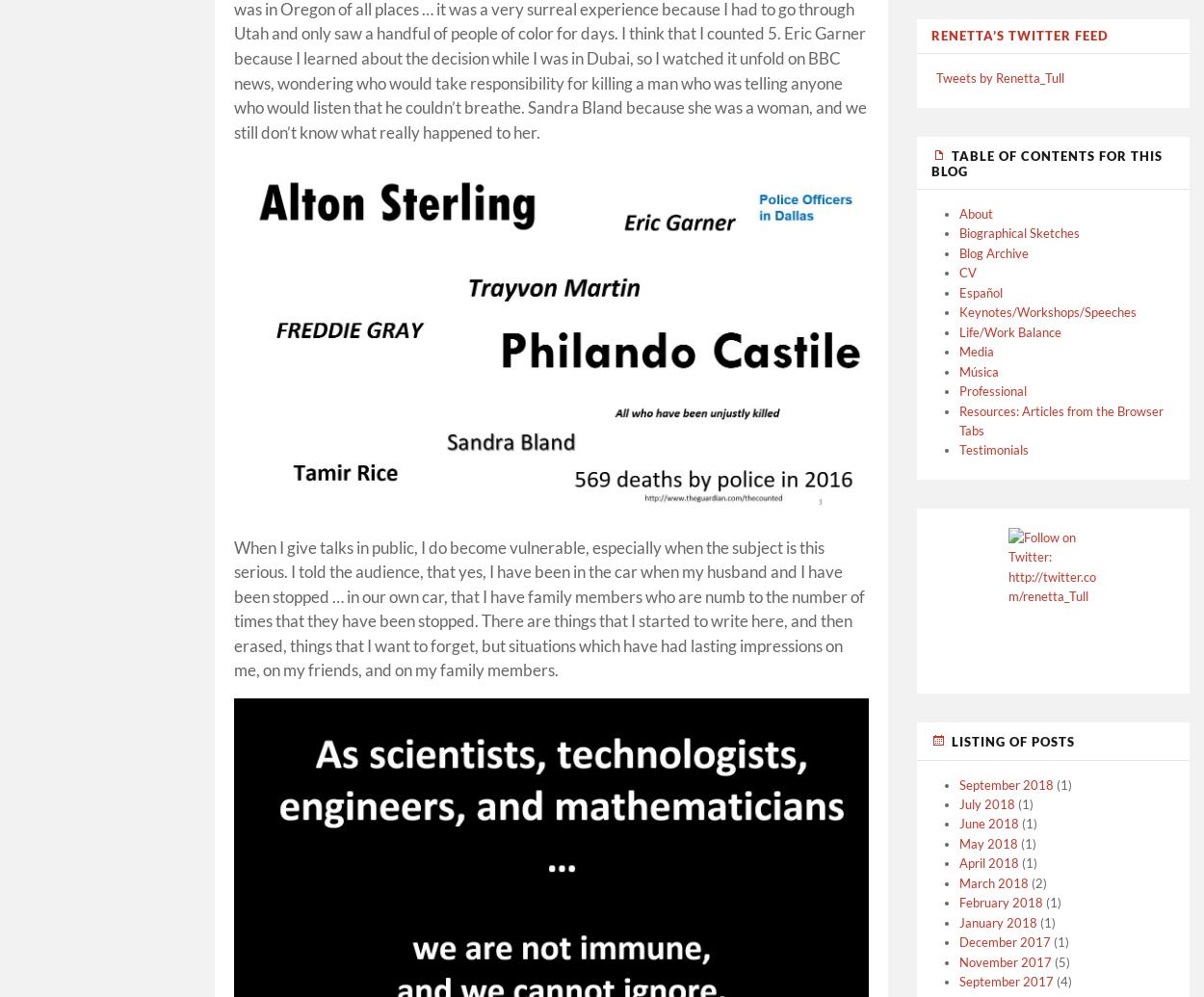 This screenshot has width=1204, height=997. Describe the element at coordinates (1020, 35) in the screenshot. I see `'Renetta’s Twitter Feed'` at that location.